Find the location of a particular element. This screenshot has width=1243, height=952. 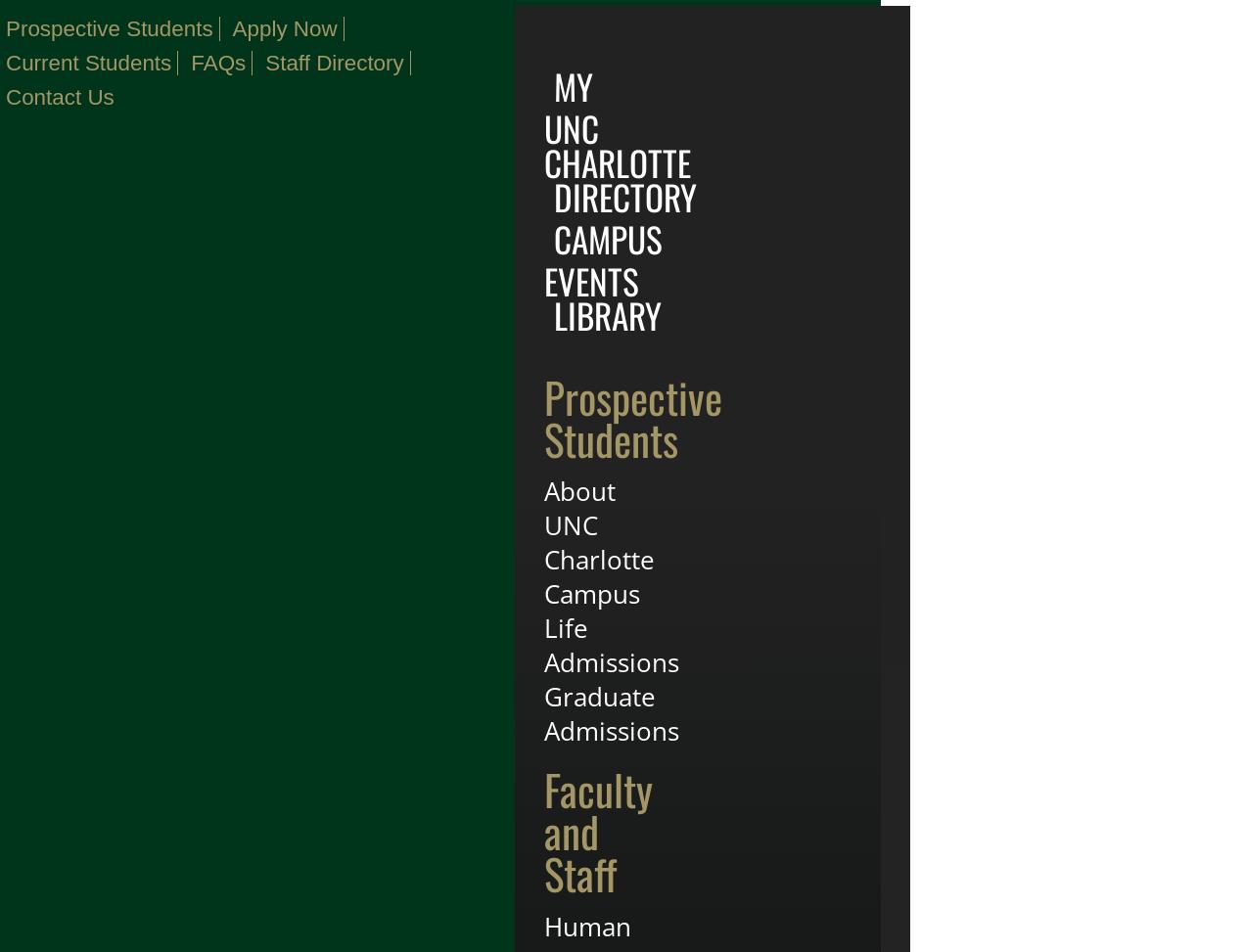

'About UNC Charlotte' is located at coordinates (599, 523).